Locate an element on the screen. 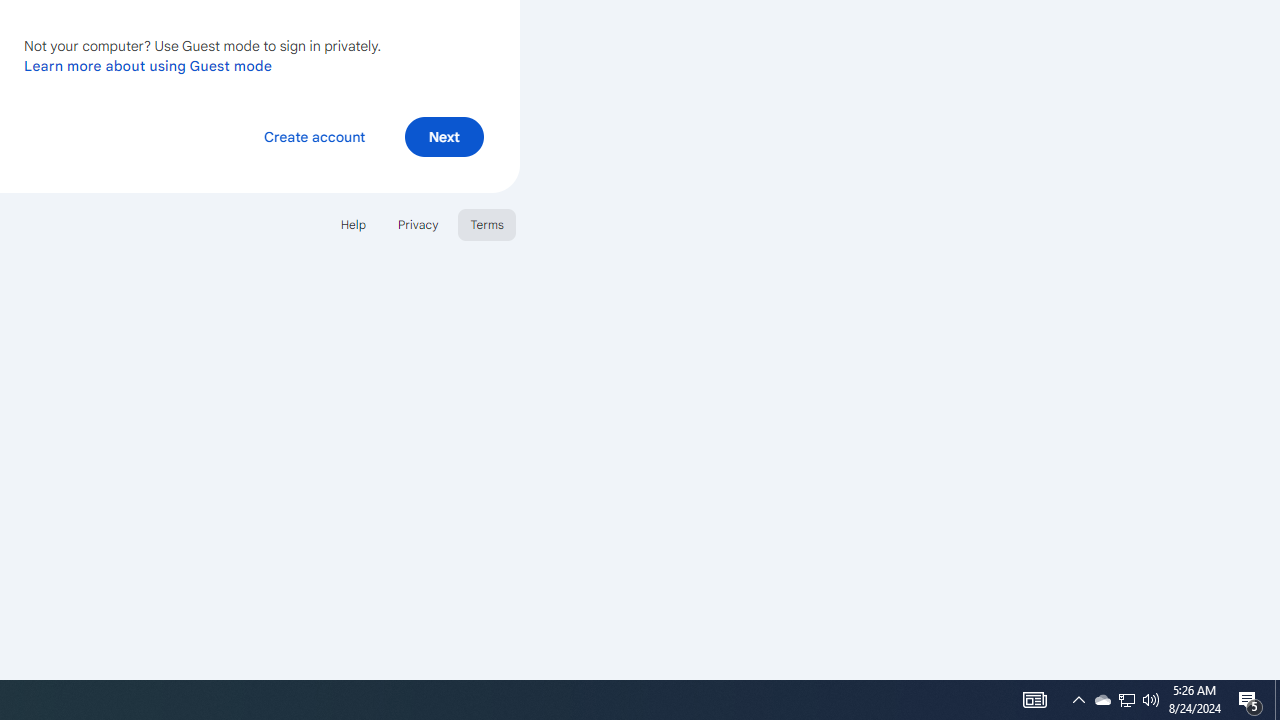  'Learn more about using Guest mode' is located at coordinates (147, 64).